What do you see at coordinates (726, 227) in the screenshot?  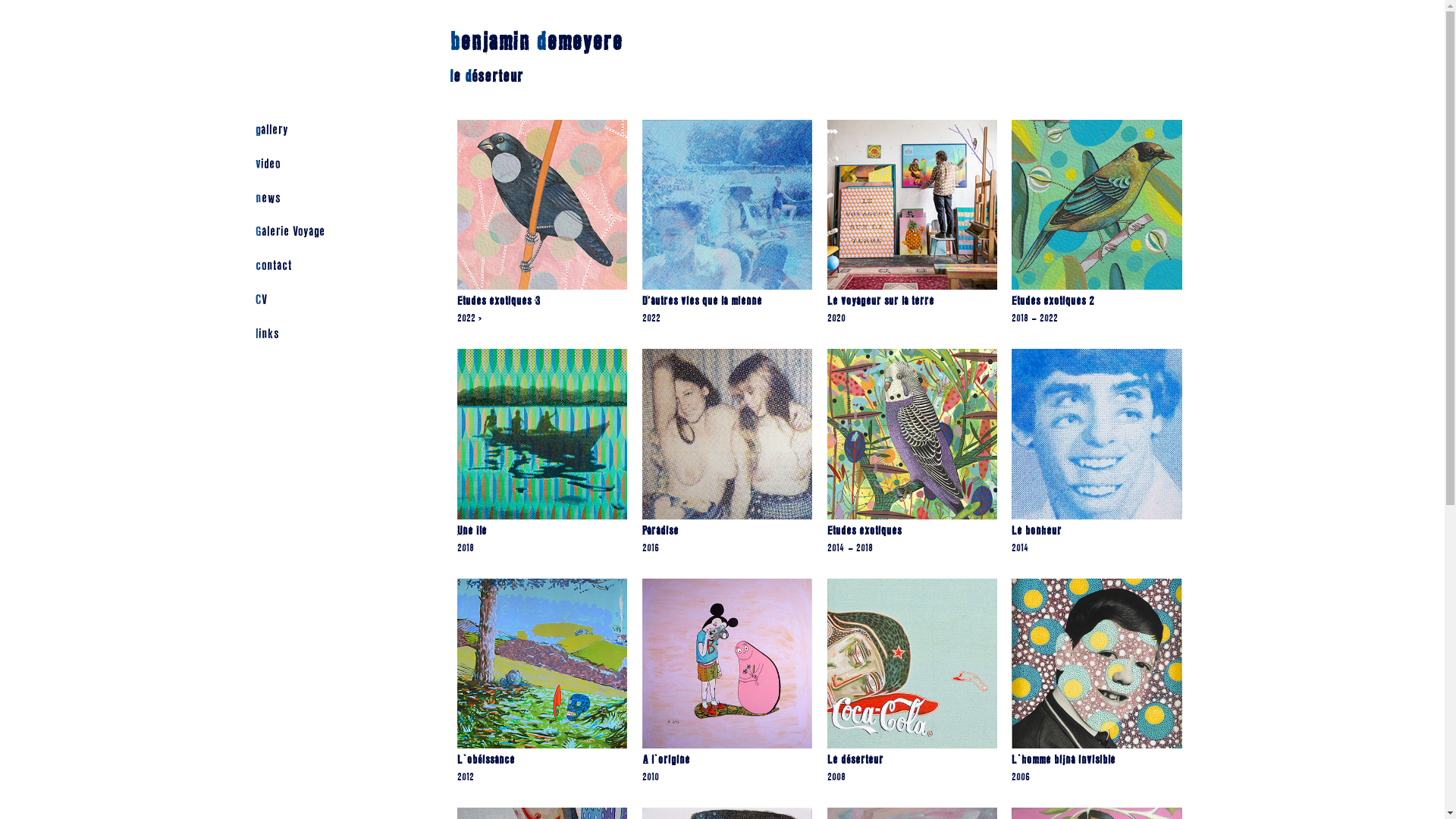 I see `'D'autres vies que la mienne` at bounding box center [726, 227].